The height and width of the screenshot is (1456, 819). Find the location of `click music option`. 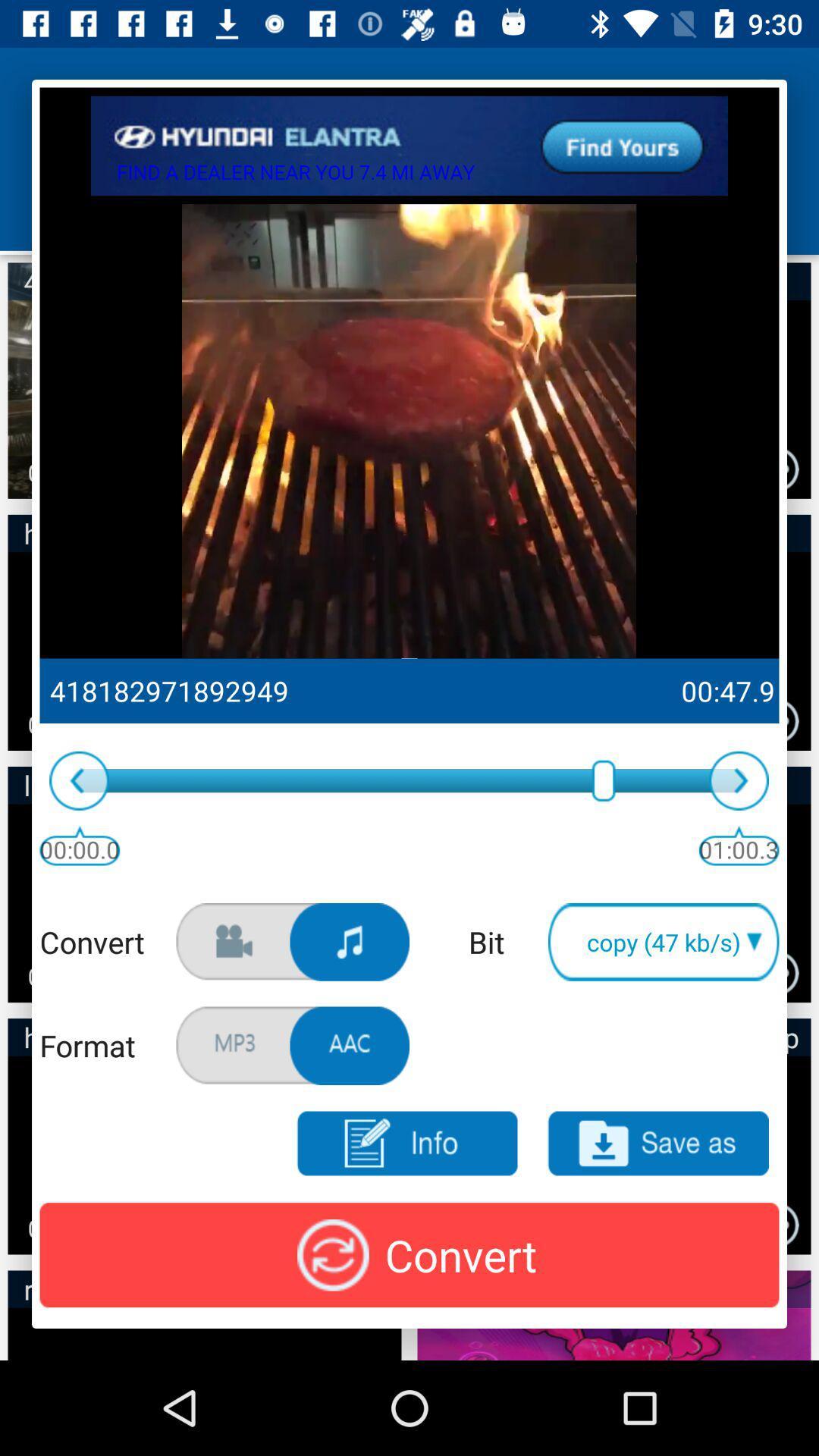

click music option is located at coordinates (350, 941).